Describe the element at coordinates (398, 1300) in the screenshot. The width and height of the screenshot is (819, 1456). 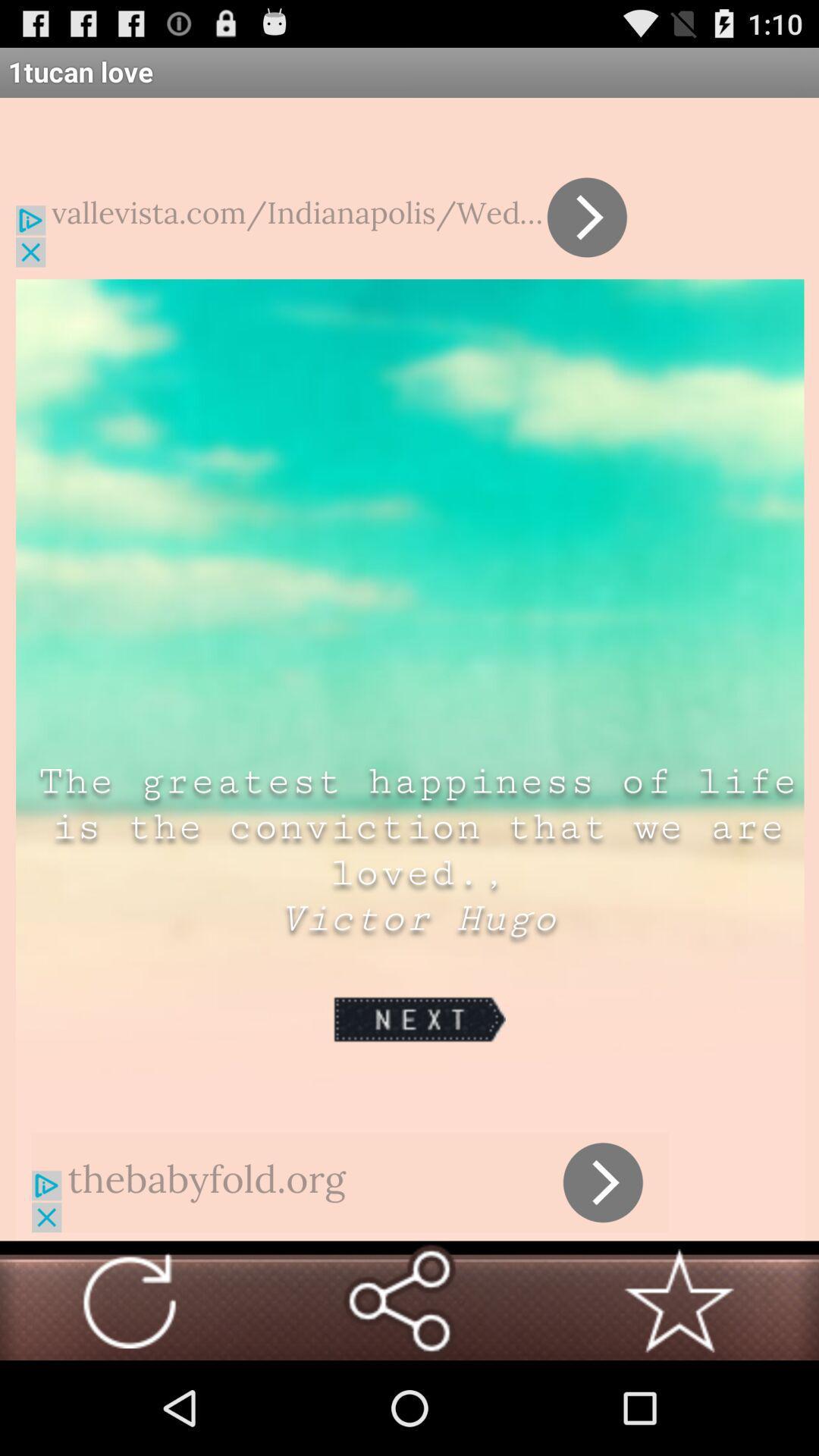
I see `share` at that location.